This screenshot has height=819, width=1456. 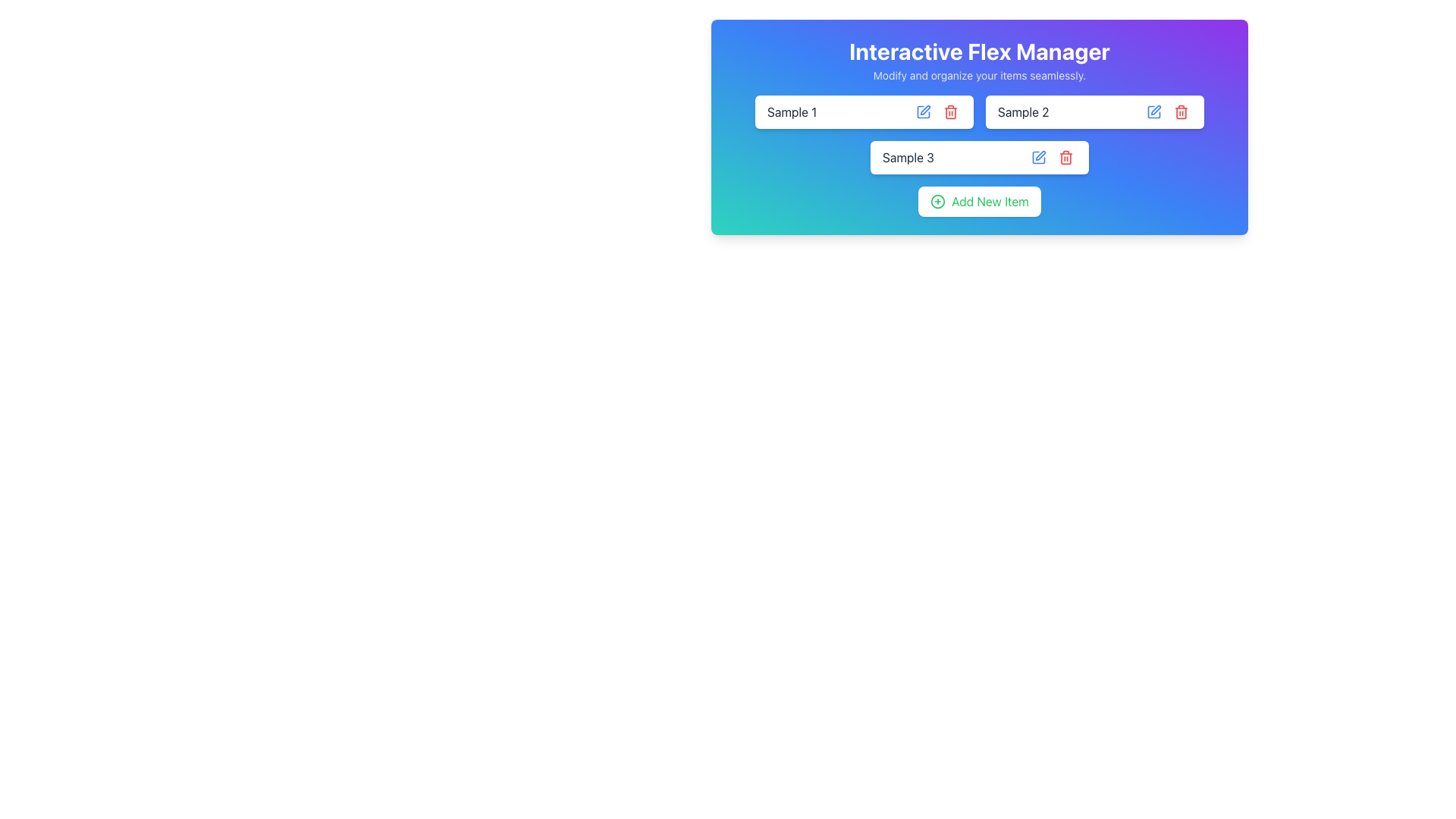 What do you see at coordinates (1065, 158) in the screenshot?
I see `the delete icon, which is the third and final icon in the horizontal group of interactive icons, to initiate the deletion process of 'Sample 3'` at bounding box center [1065, 158].